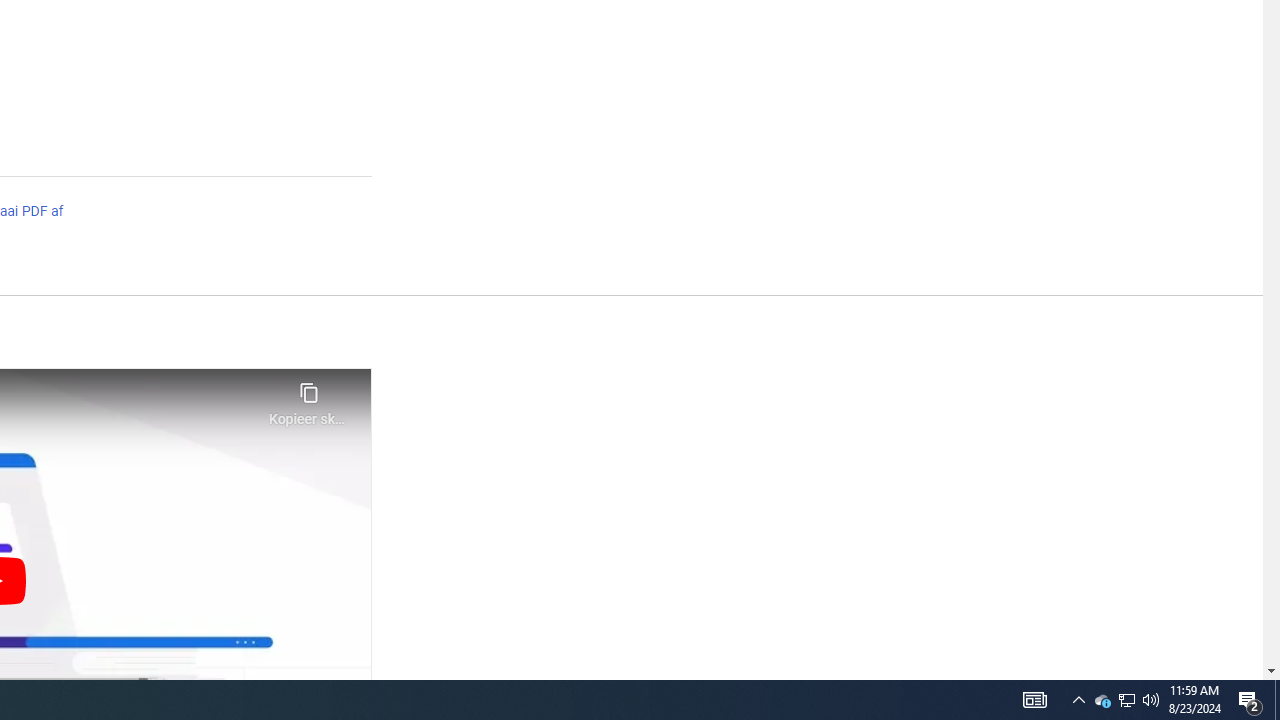 This screenshot has height=720, width=1280. I want to click on 'Kopieer skakel', so click(308, 398).